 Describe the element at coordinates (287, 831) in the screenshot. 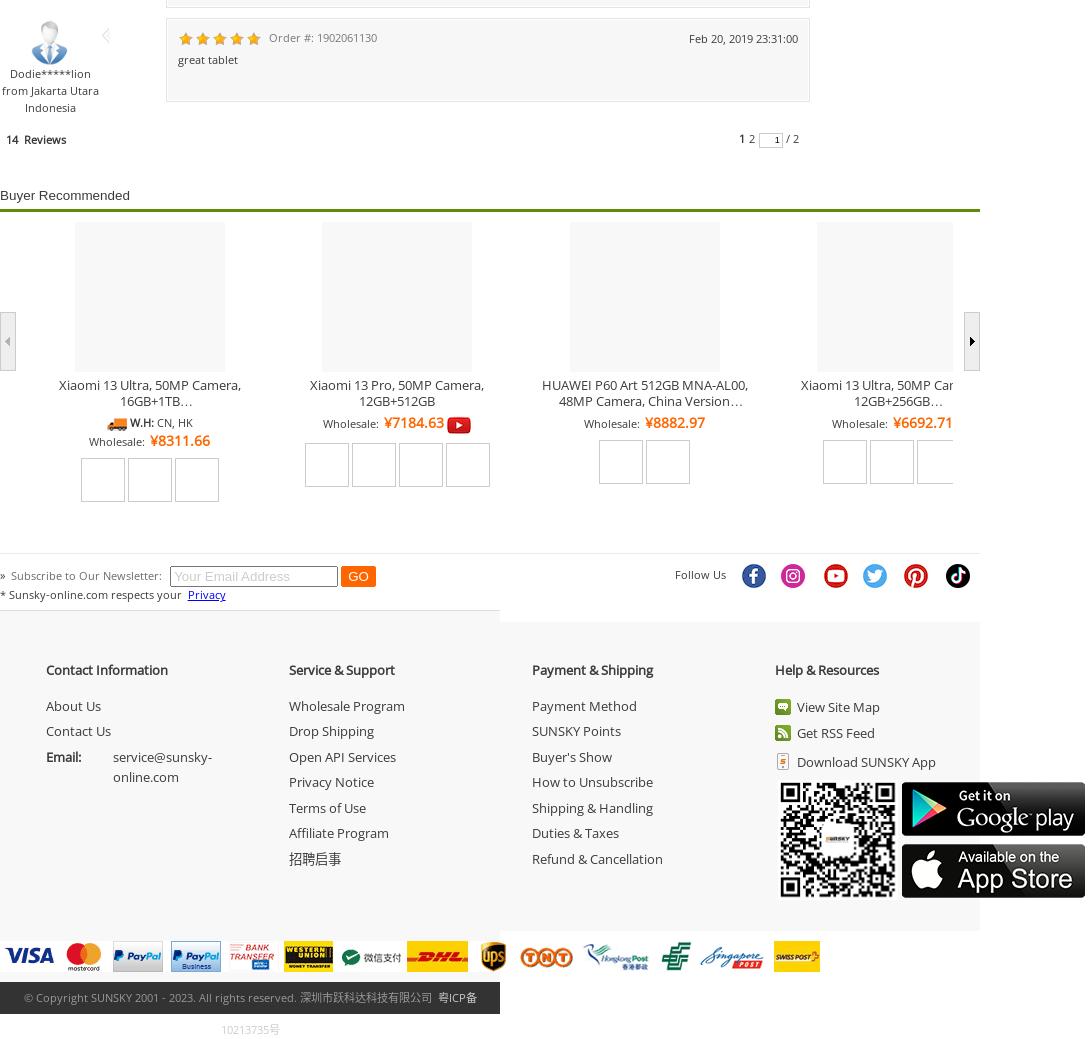

I see `'Affiliate Program'` at that location.